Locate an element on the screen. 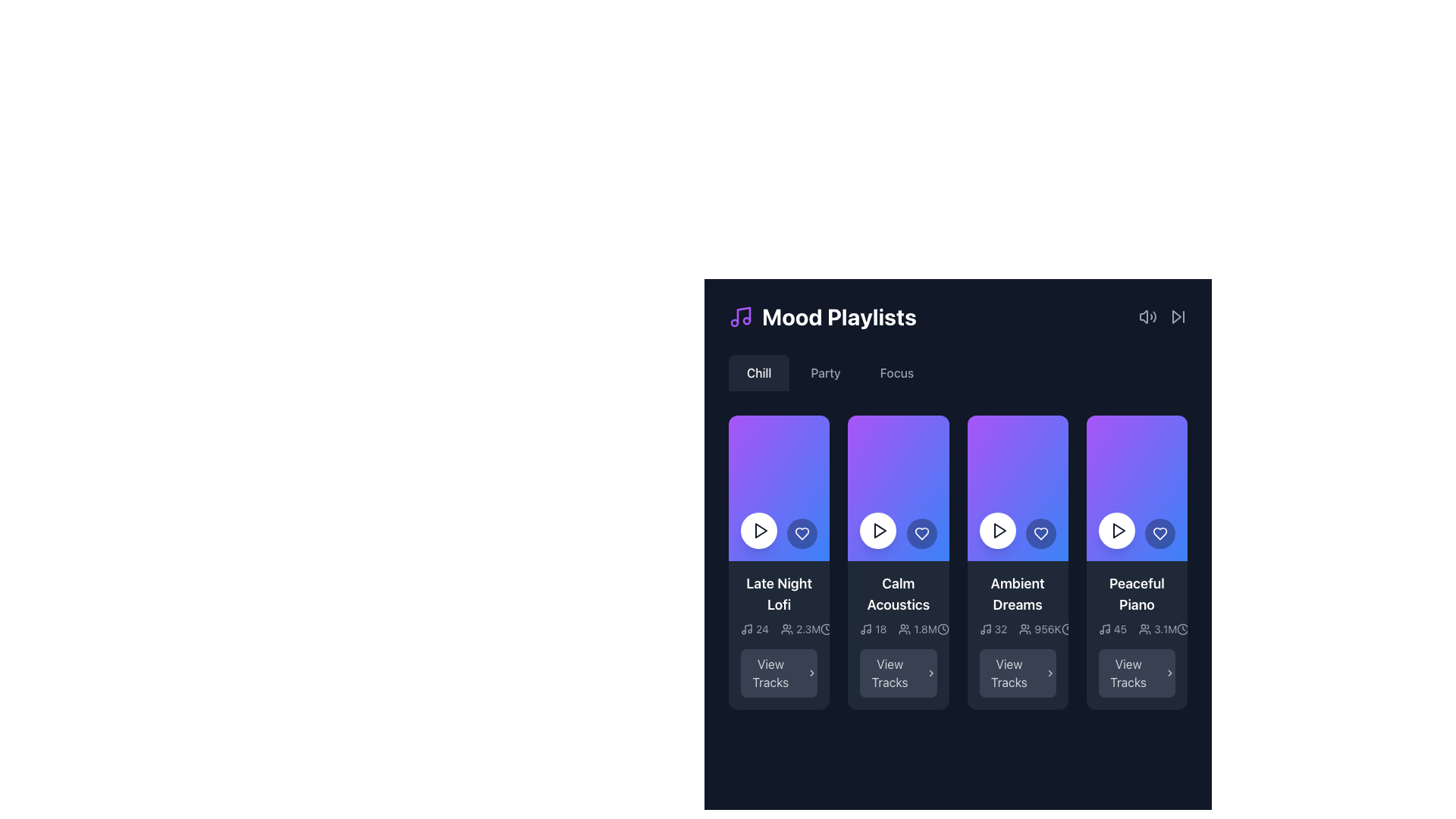 The image size is (1456, 819). the clock icon located in the 'Peaceful Piano' section, which is styled with a circular border and clock hands, positioned next to the text '3.1M' is located at coordinates (1182, 629).